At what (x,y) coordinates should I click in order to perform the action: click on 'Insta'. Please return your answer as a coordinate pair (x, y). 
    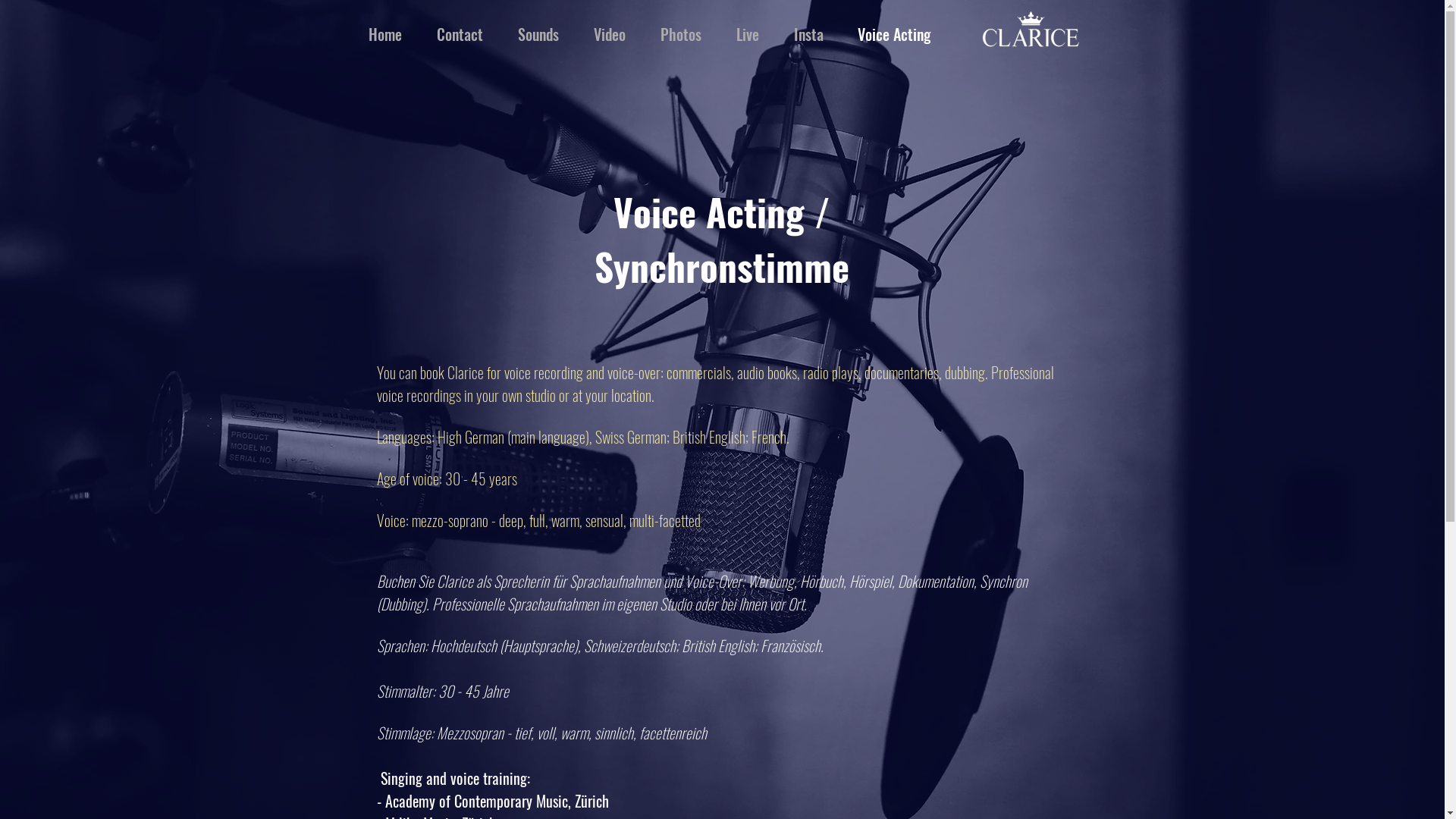
    Looking at the image, I should click on (776, 34).